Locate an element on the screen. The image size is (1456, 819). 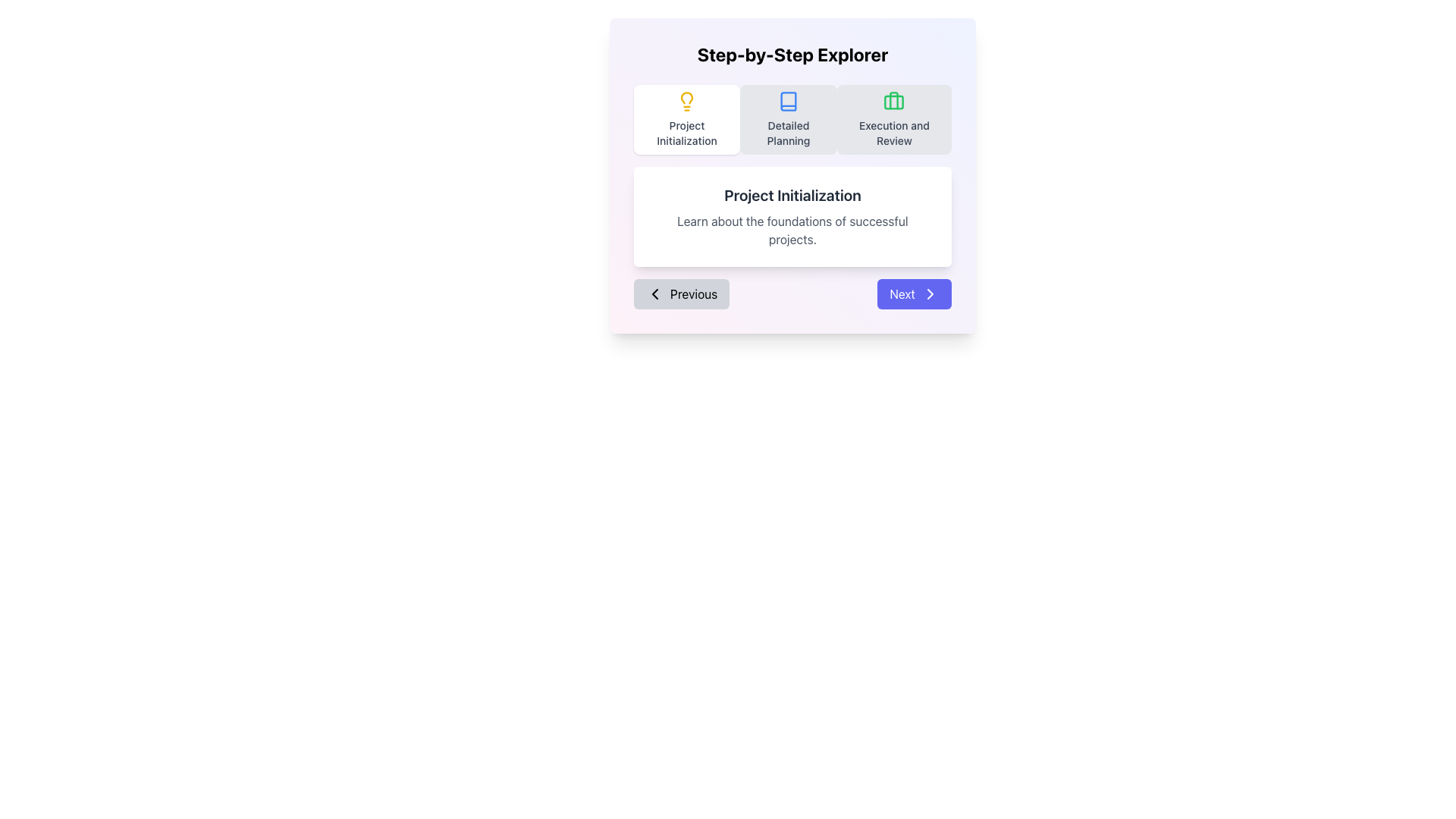
text component displaying the title 'Project Initialization' in bold and dark gray color, located in the center of a white rounded rectangular card is located at coordinates (792, 195).